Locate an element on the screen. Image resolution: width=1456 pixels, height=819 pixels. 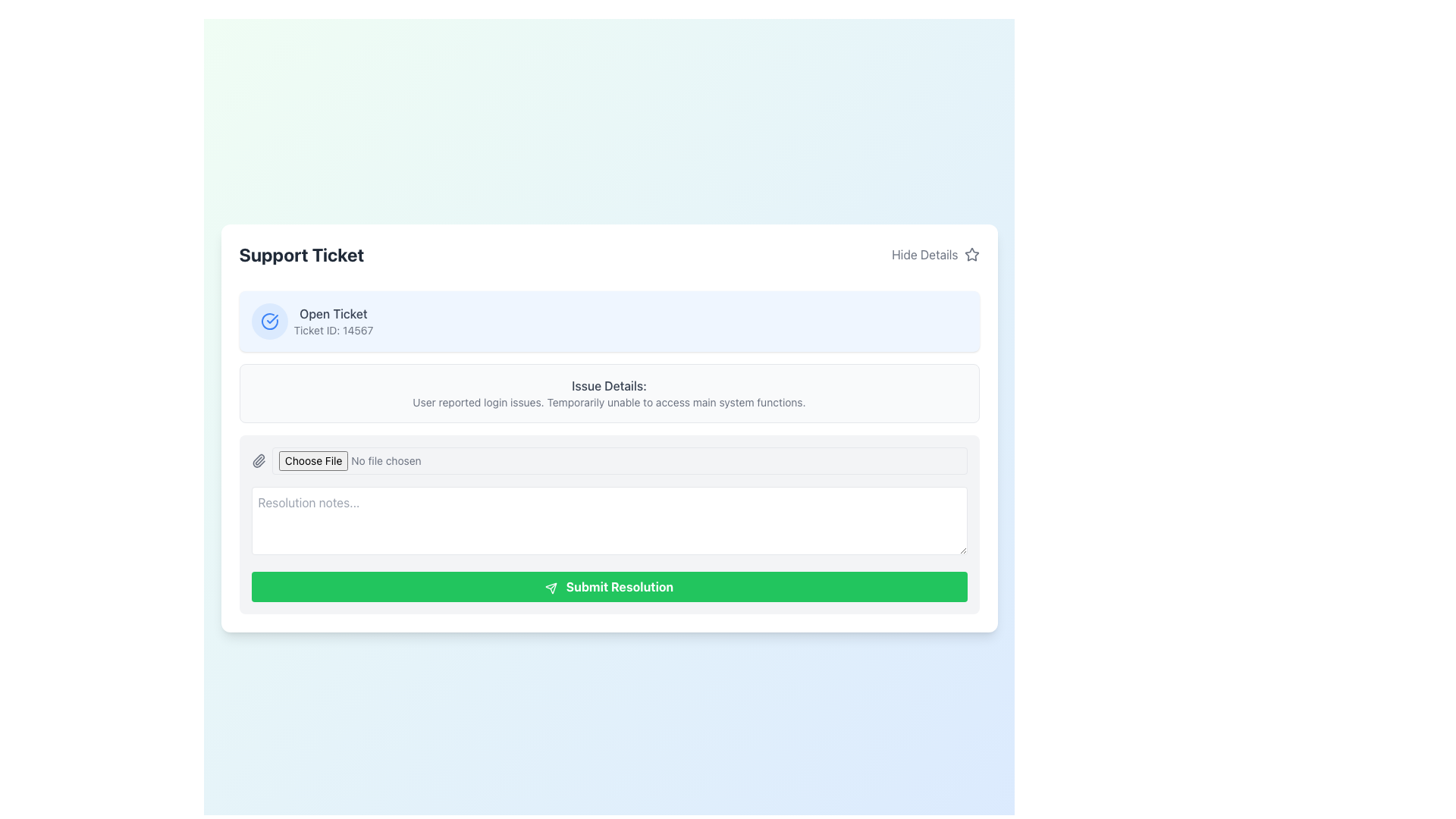
the 'Hide Details' text in the top-right segment of the ticket details section is located at coordinates (924, 253).